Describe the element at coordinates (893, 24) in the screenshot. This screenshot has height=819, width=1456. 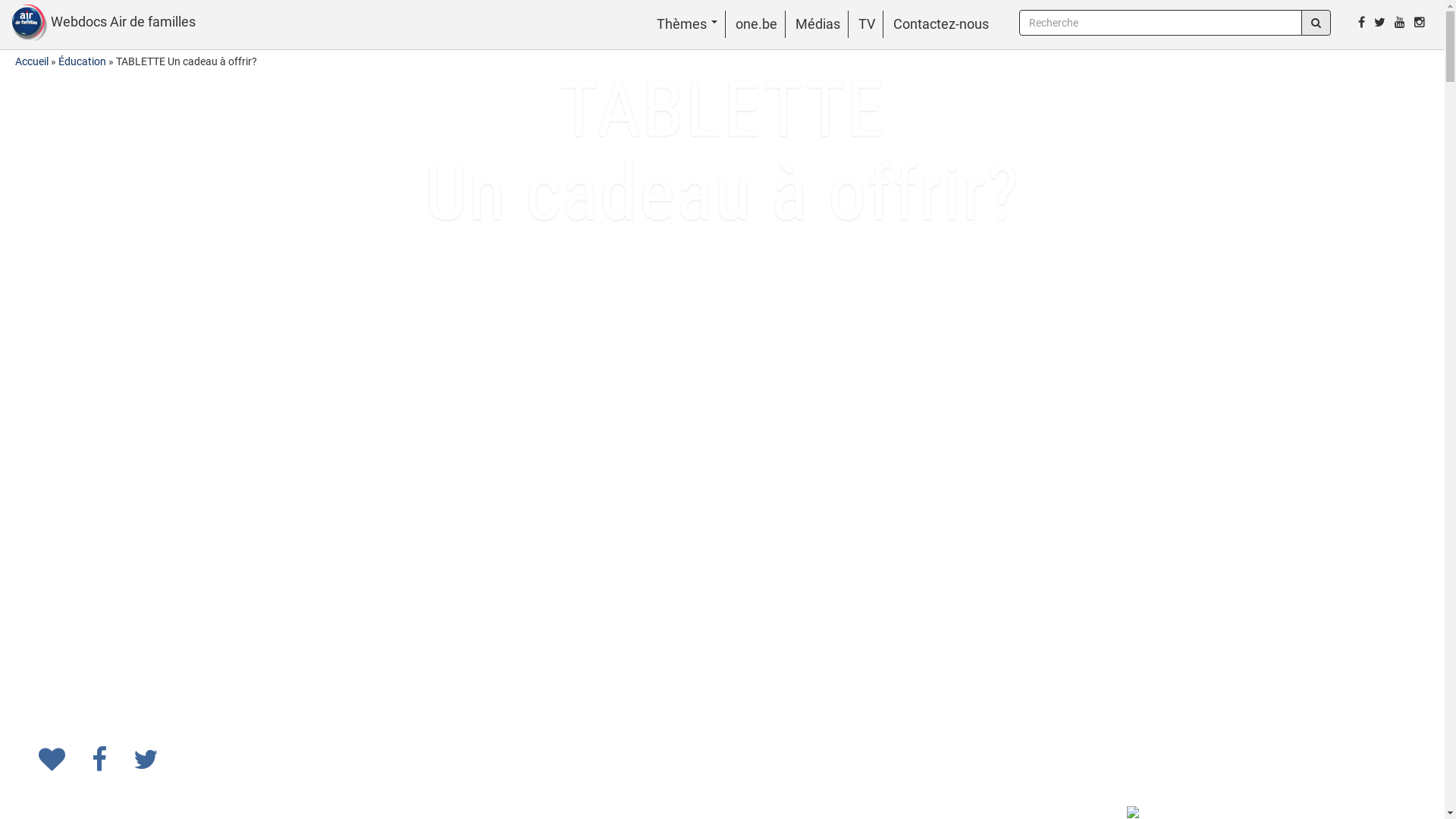
I see `'Contactez-nous'` at that location.